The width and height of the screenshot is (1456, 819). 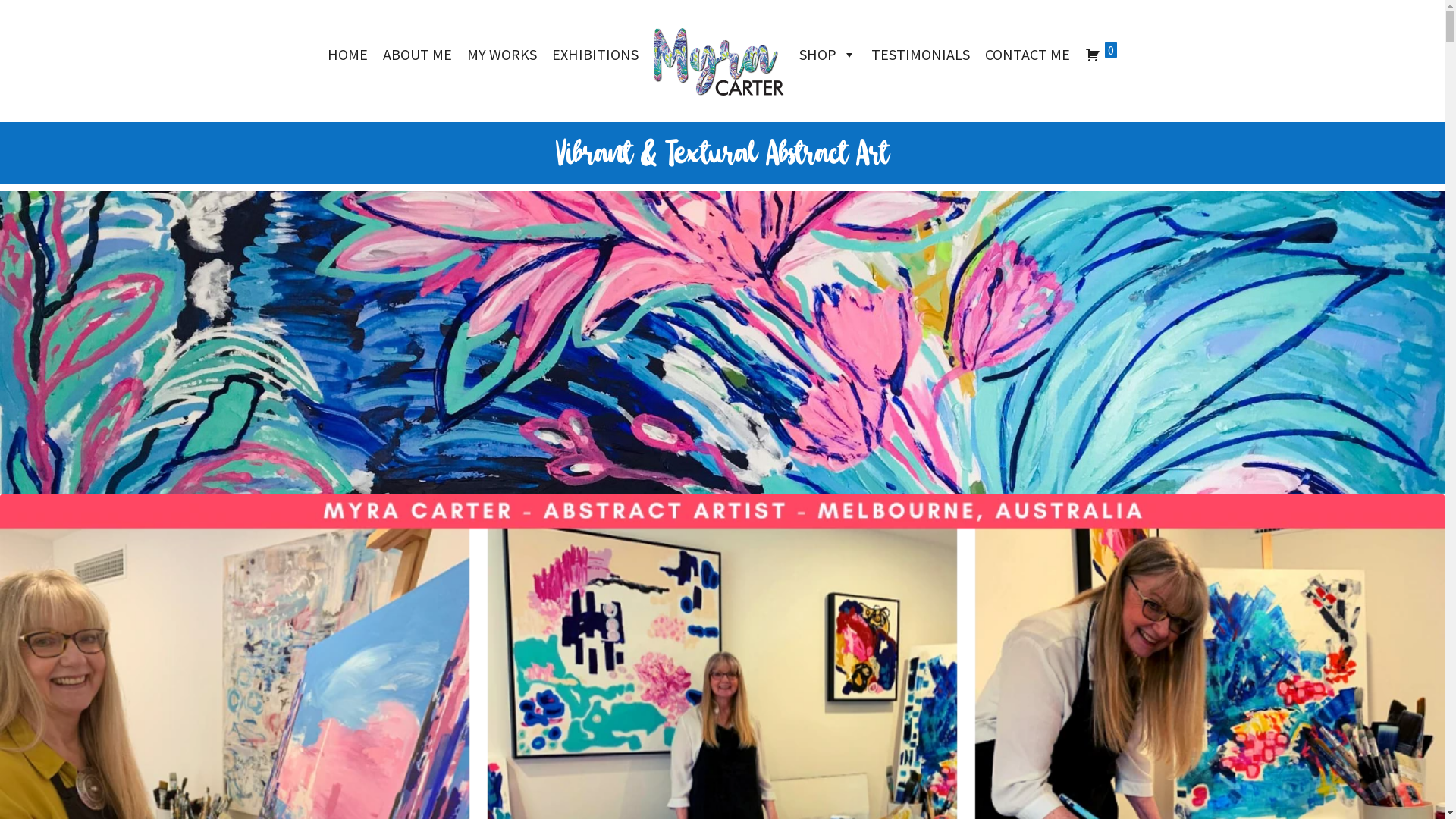 What do you see at coordinates (920, 54) in the screenshot?
I see `'TESTIMONIALS'` at bounding box center [920, 54].